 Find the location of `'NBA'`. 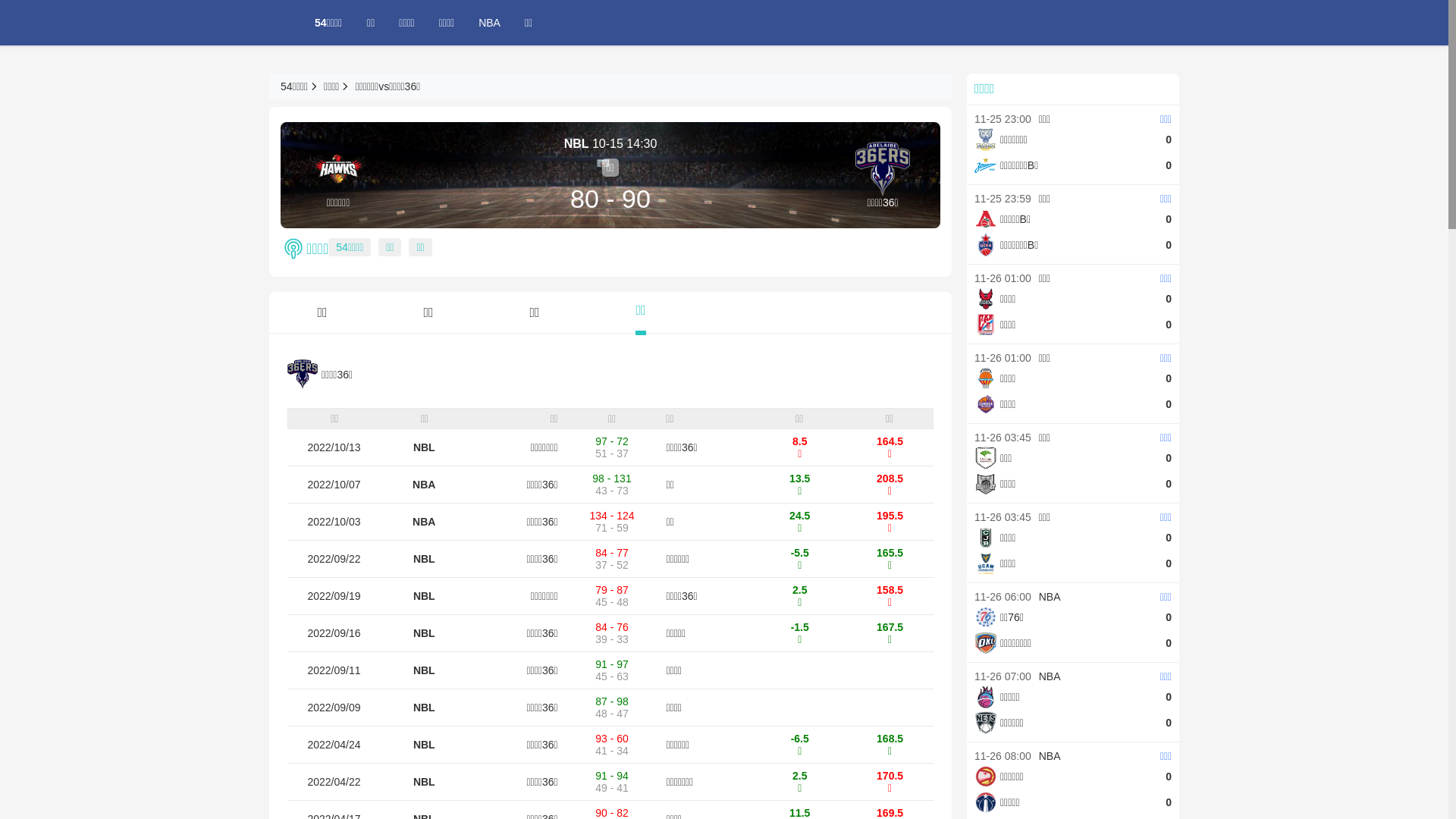

'NBA' is located at coordinates (489, 23).